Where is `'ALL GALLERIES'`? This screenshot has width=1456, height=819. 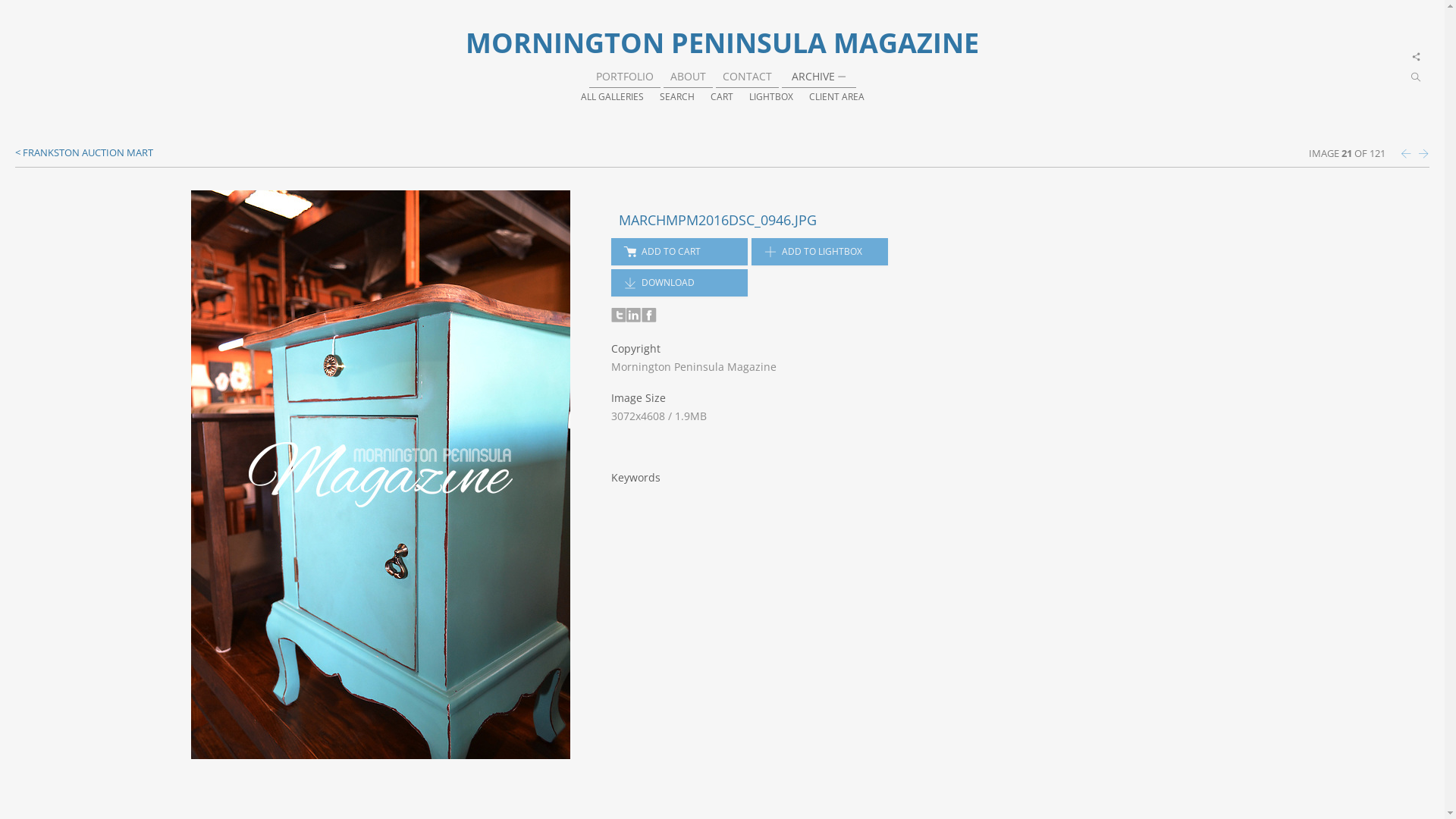 'ALL GALLERIES' is located at coordinates (612, 96).